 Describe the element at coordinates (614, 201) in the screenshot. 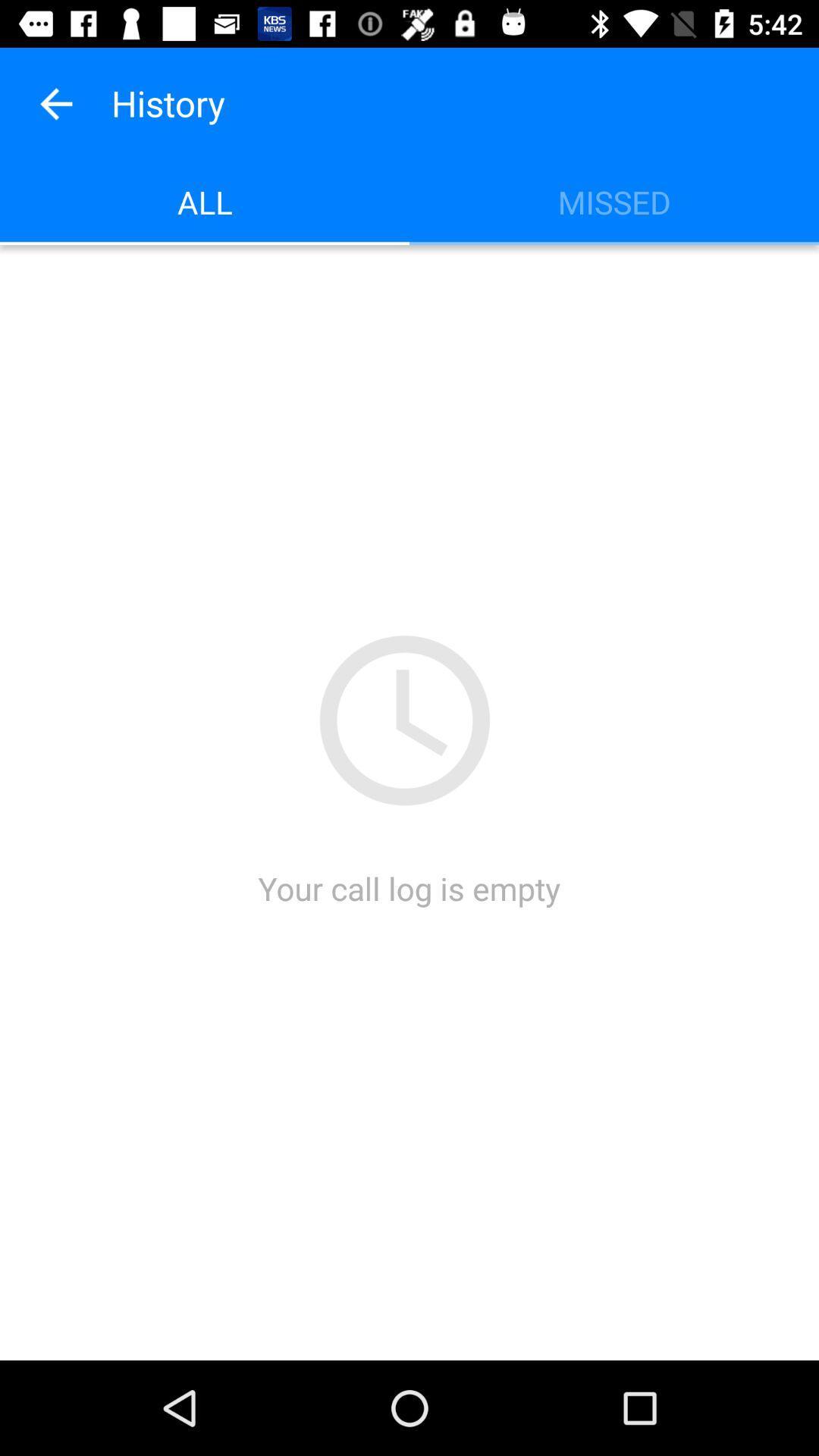

I see `the item next to all icon` at that location.